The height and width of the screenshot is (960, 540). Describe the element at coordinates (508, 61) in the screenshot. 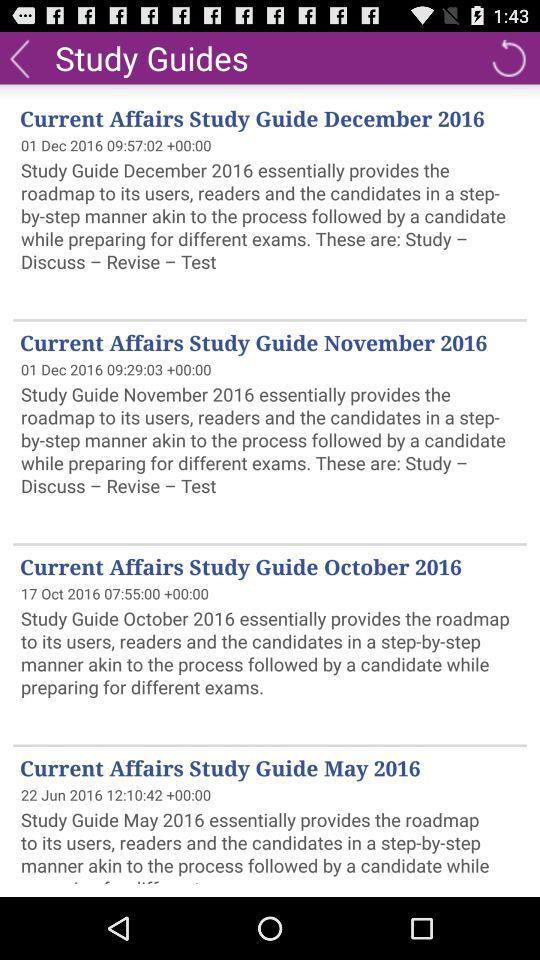

I see `the refresh icon` at that location.